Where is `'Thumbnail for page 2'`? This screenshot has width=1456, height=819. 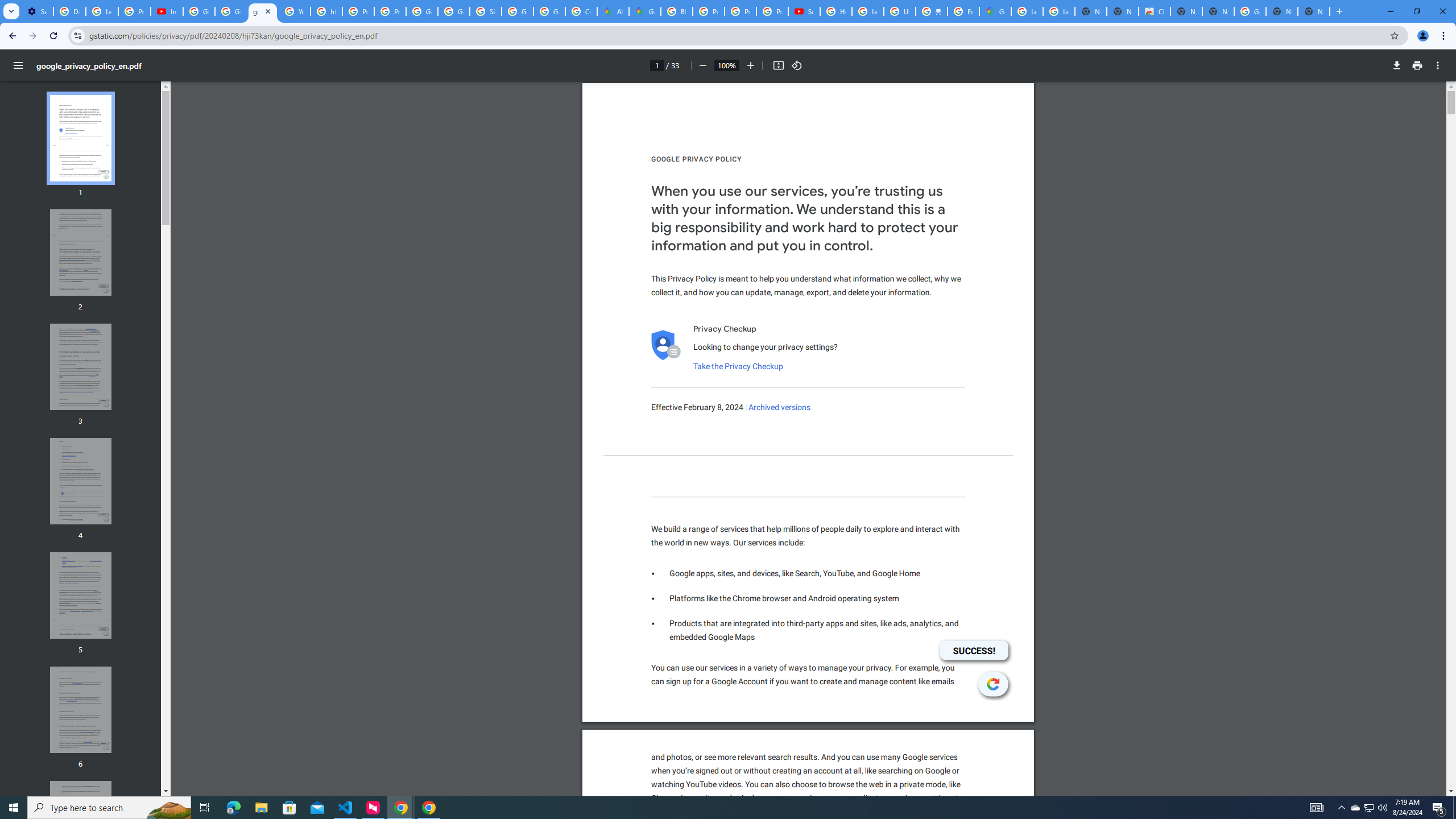 'Thumbnail for page 2' is located at coordinates (81, 253).